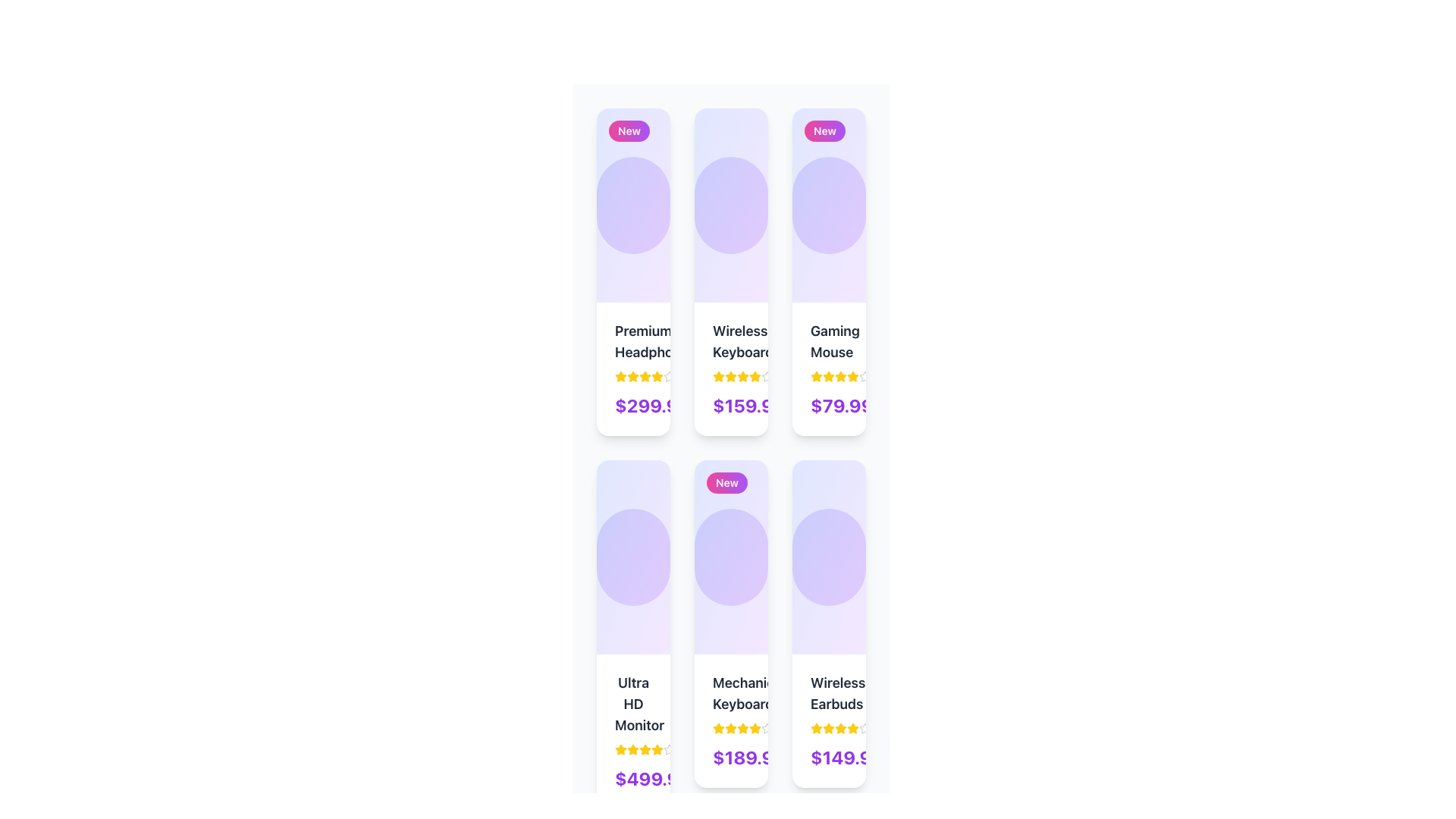  Describe the element at coordinates (629, 130) in the screenshot. I see `the badge labeled 'New' with a gradient background at the top-left corner of the 'Premium Headphone' product card` at that location.